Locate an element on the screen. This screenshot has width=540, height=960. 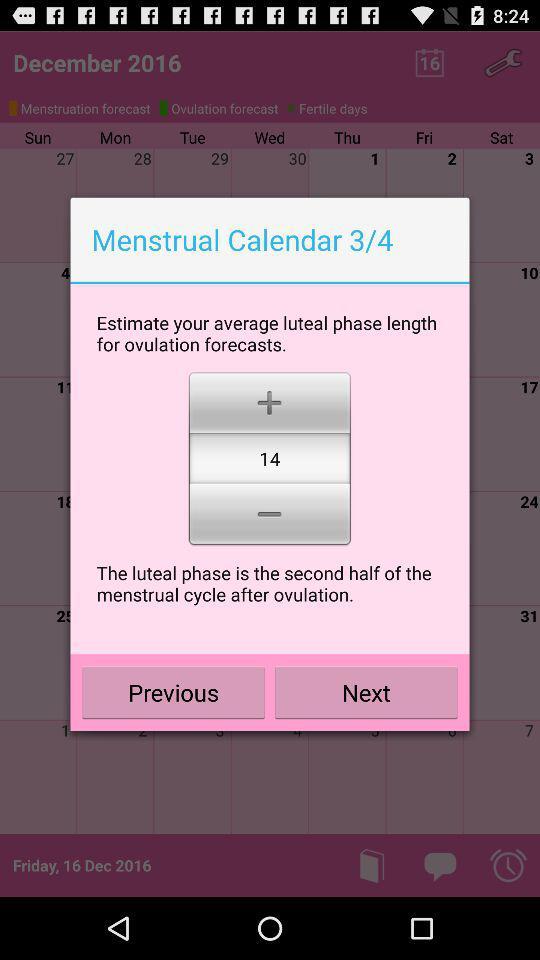
icon next to the next button is located at coordinates (173, 692).